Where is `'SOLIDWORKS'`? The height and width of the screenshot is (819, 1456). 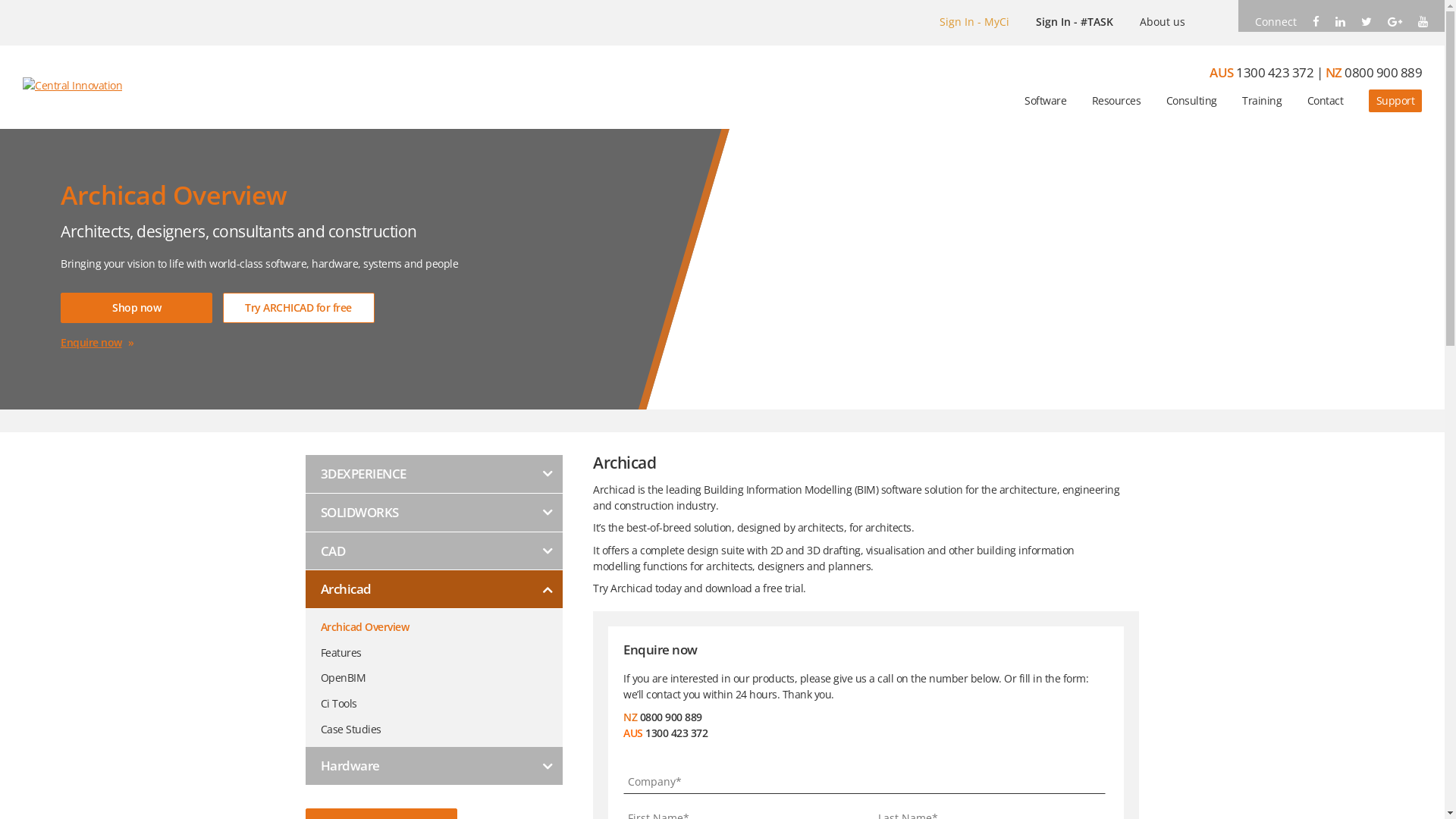 'SOLIDWORKS' is located at coordinates (432, 512).